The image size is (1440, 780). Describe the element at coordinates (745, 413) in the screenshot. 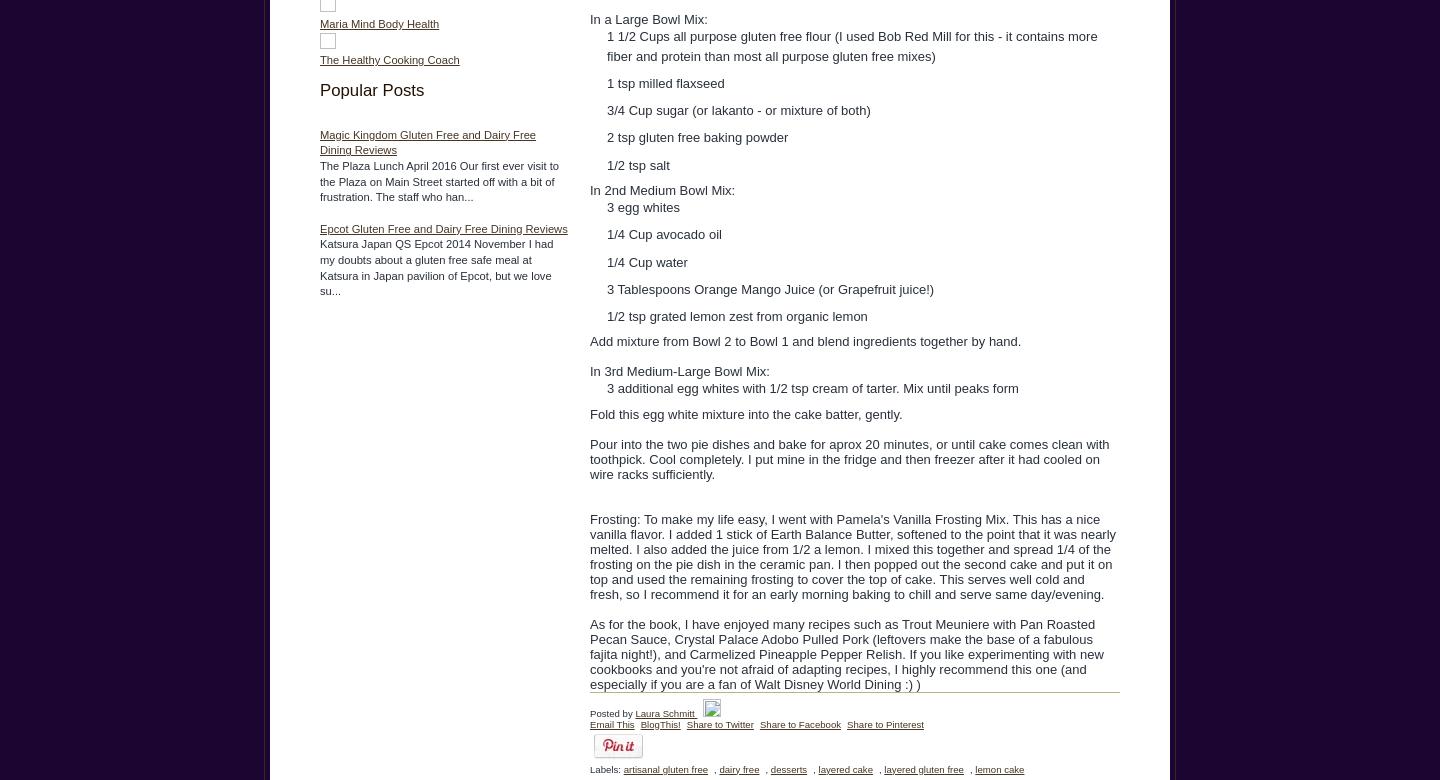

I see `'Fold this egg white mixture into the cake batter, gently.'` at that location.